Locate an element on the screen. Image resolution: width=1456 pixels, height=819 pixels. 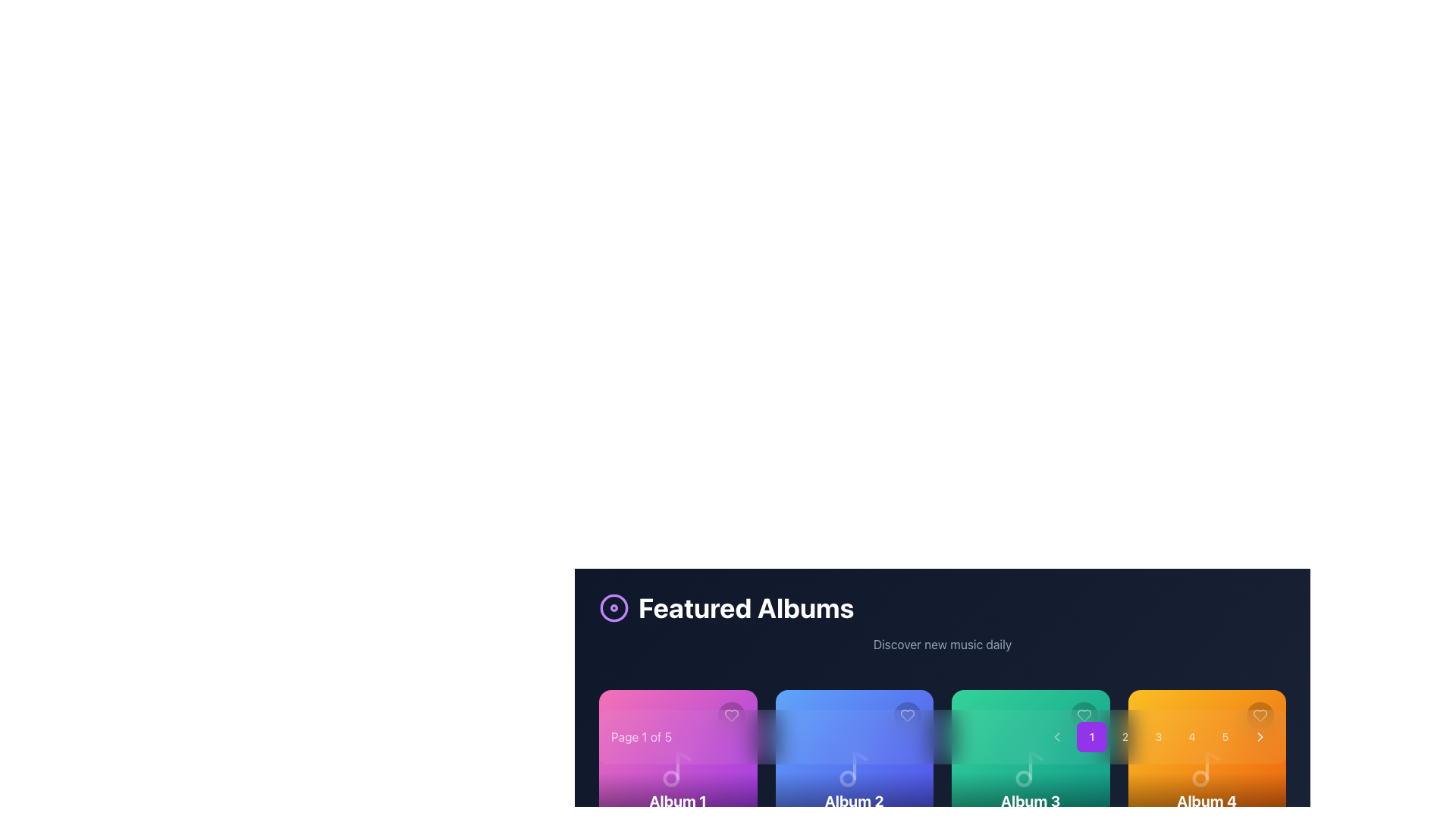
the heart icon with a hollow appearance outlined in white, located in the top-right corner of the 'Album 2' card to indicate a favorite or like action is located at coordinates (907, 716).